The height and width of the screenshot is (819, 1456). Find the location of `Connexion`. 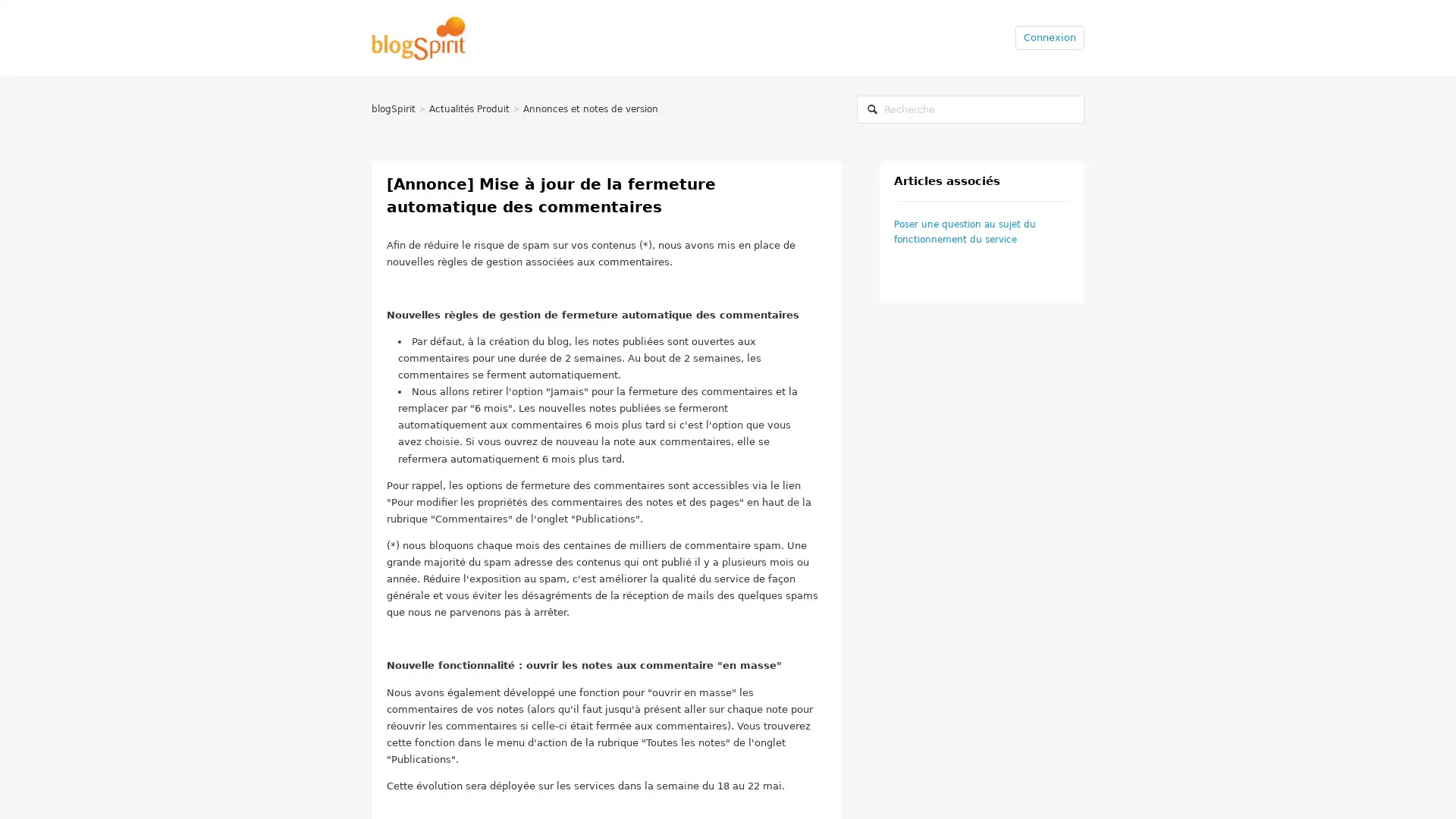

Connexion is located at coordinates (1049, 36).